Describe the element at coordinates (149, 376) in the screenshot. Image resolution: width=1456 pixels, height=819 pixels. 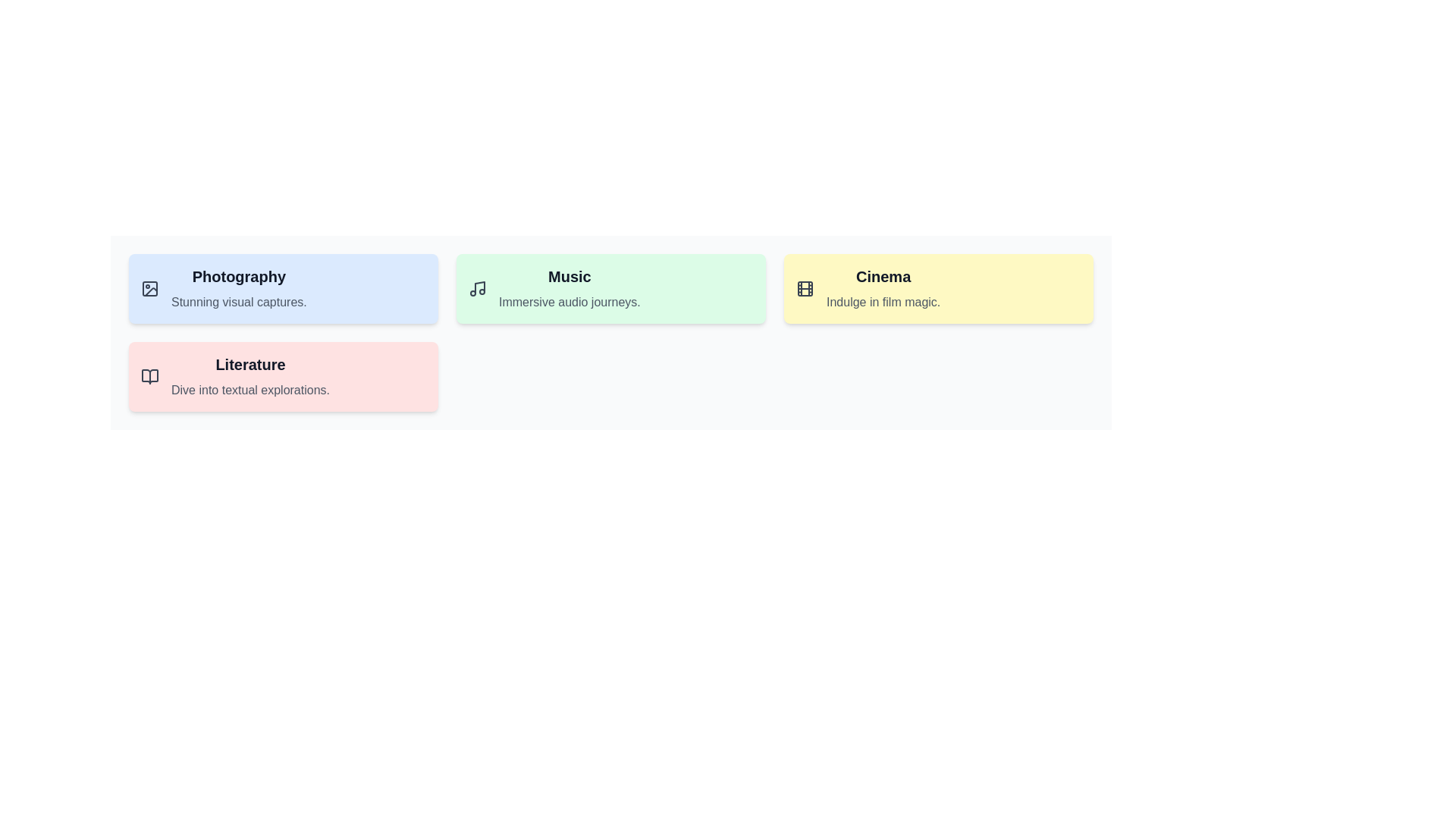
I see `the open book icon located in the top-left corner of the red-themed 'Literature' card` at that location.